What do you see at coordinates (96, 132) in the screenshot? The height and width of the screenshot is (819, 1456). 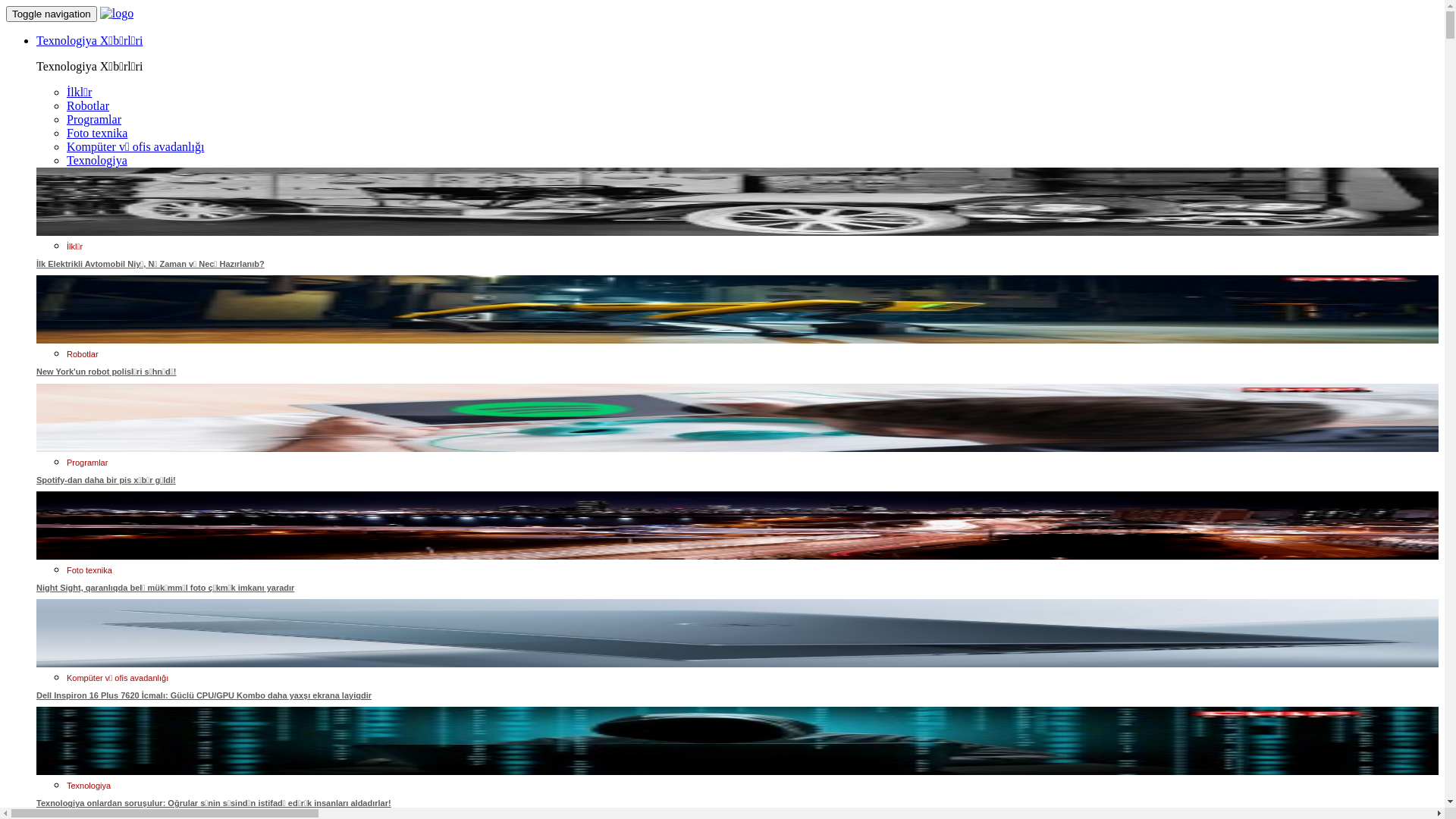 I see `'Foto texnika'` at bounding box center [96, 132].